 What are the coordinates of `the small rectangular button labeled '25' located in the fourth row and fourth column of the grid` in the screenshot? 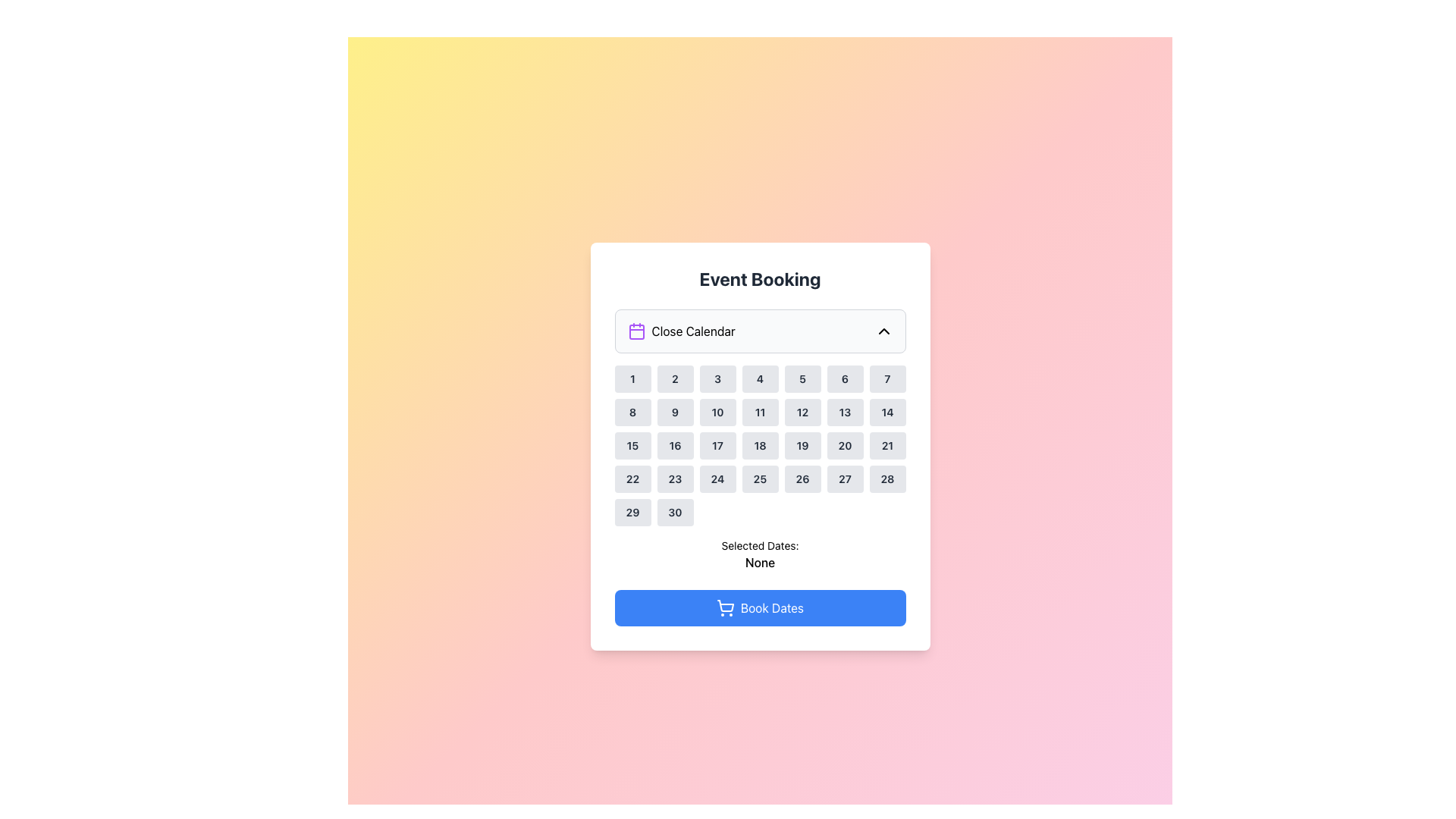 It's located at (760, 479).